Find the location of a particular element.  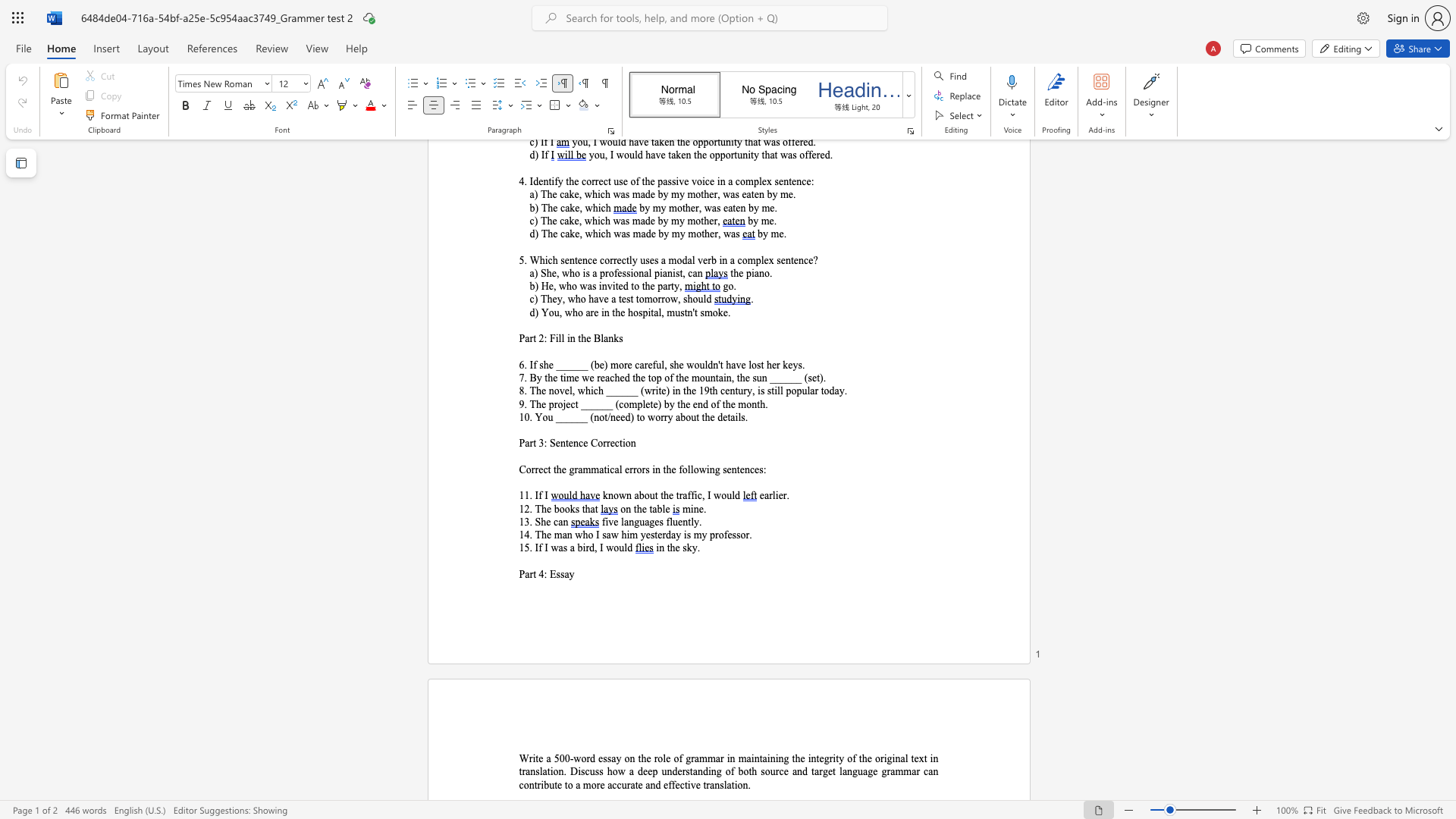

the subset text "nguages fl" within the text "five languages fluently." is located at coordinates (629, 521).